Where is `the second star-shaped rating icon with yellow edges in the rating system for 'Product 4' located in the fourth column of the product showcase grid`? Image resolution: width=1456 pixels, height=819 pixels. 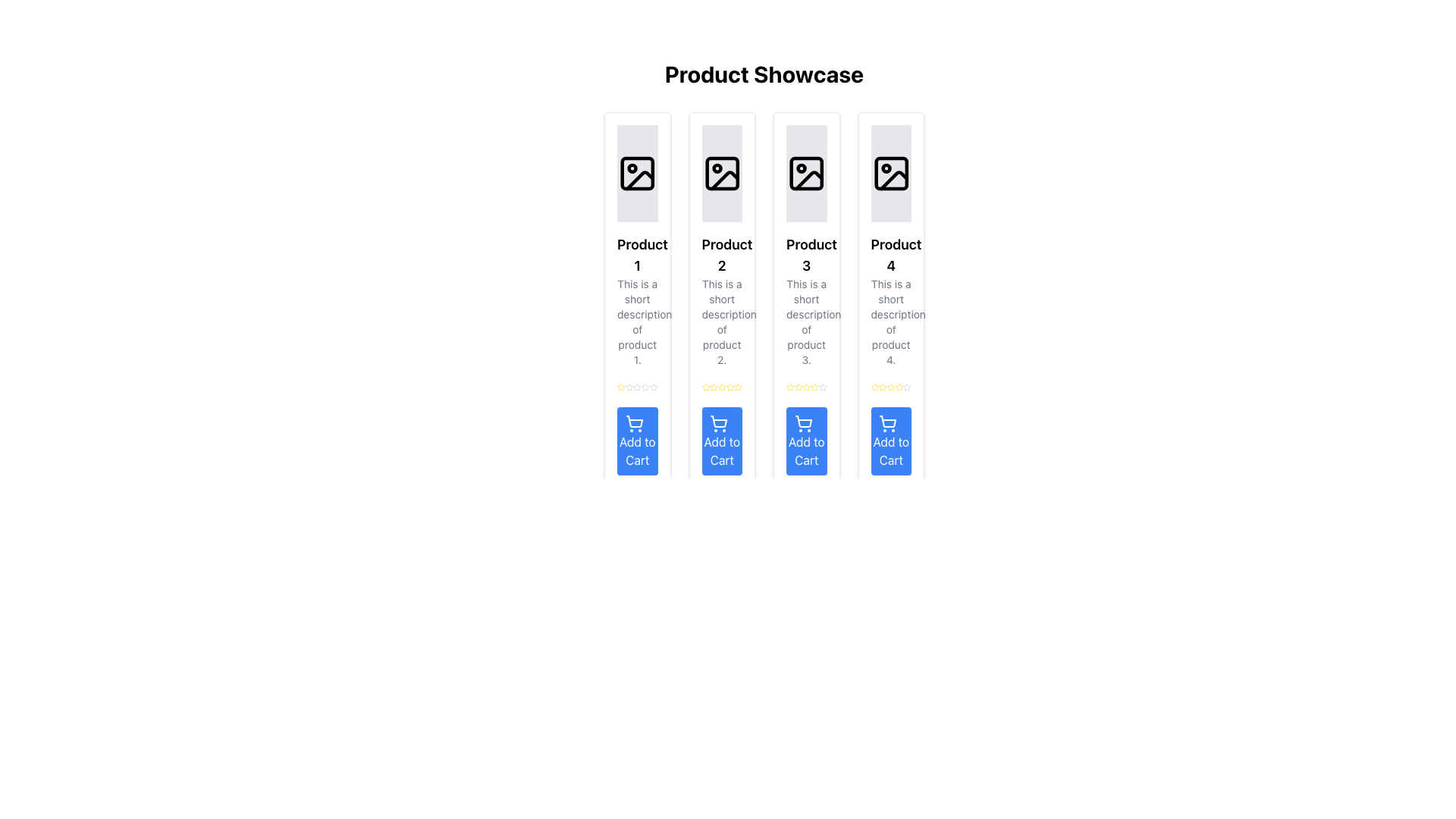 the second star-shaped rating icon with yellow edges in the rating system for 'Product 4' located in the fourth column of the product showcase grid is located at coordinates (883, 386).